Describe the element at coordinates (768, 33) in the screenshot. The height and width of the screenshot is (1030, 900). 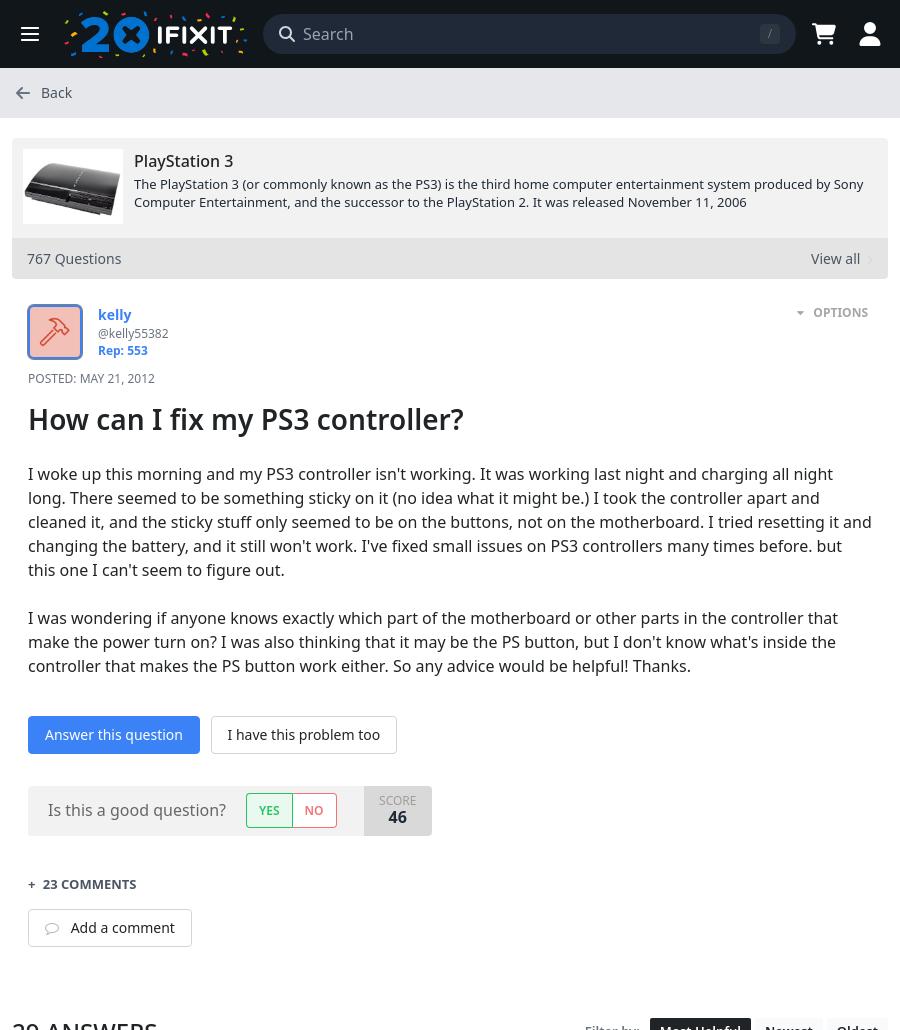
I see `'/'` at that location.